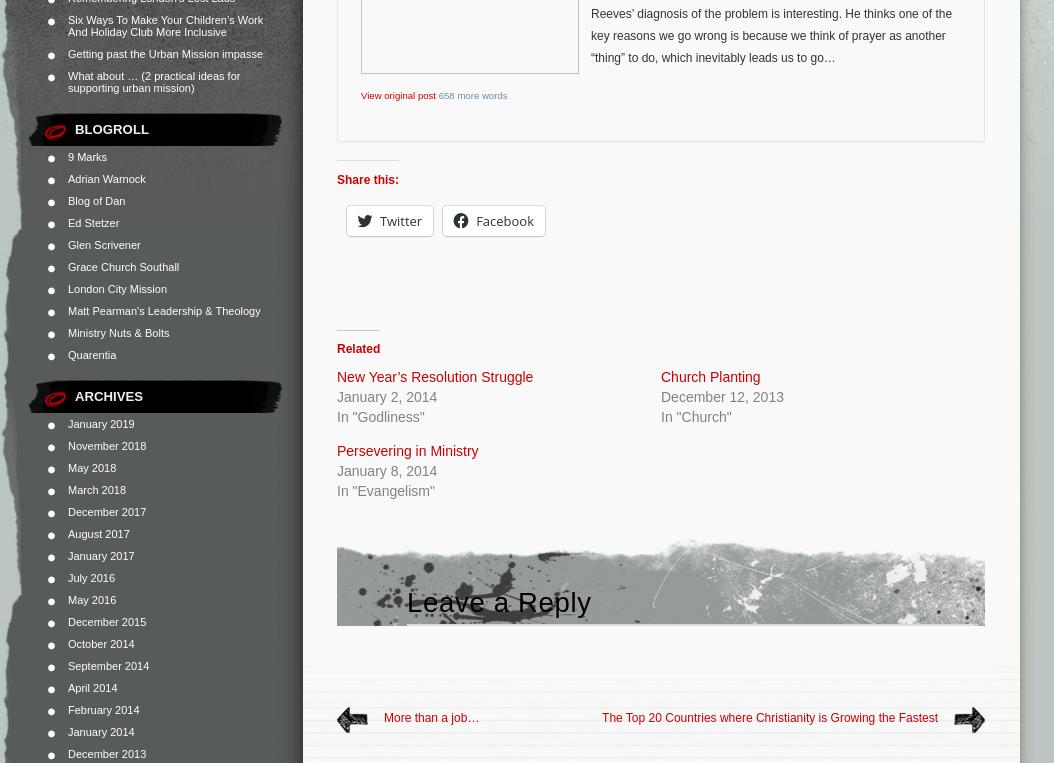  Describe the element at coordinates (108, 395) in the screenshot. I see `'Archives'` at that location.